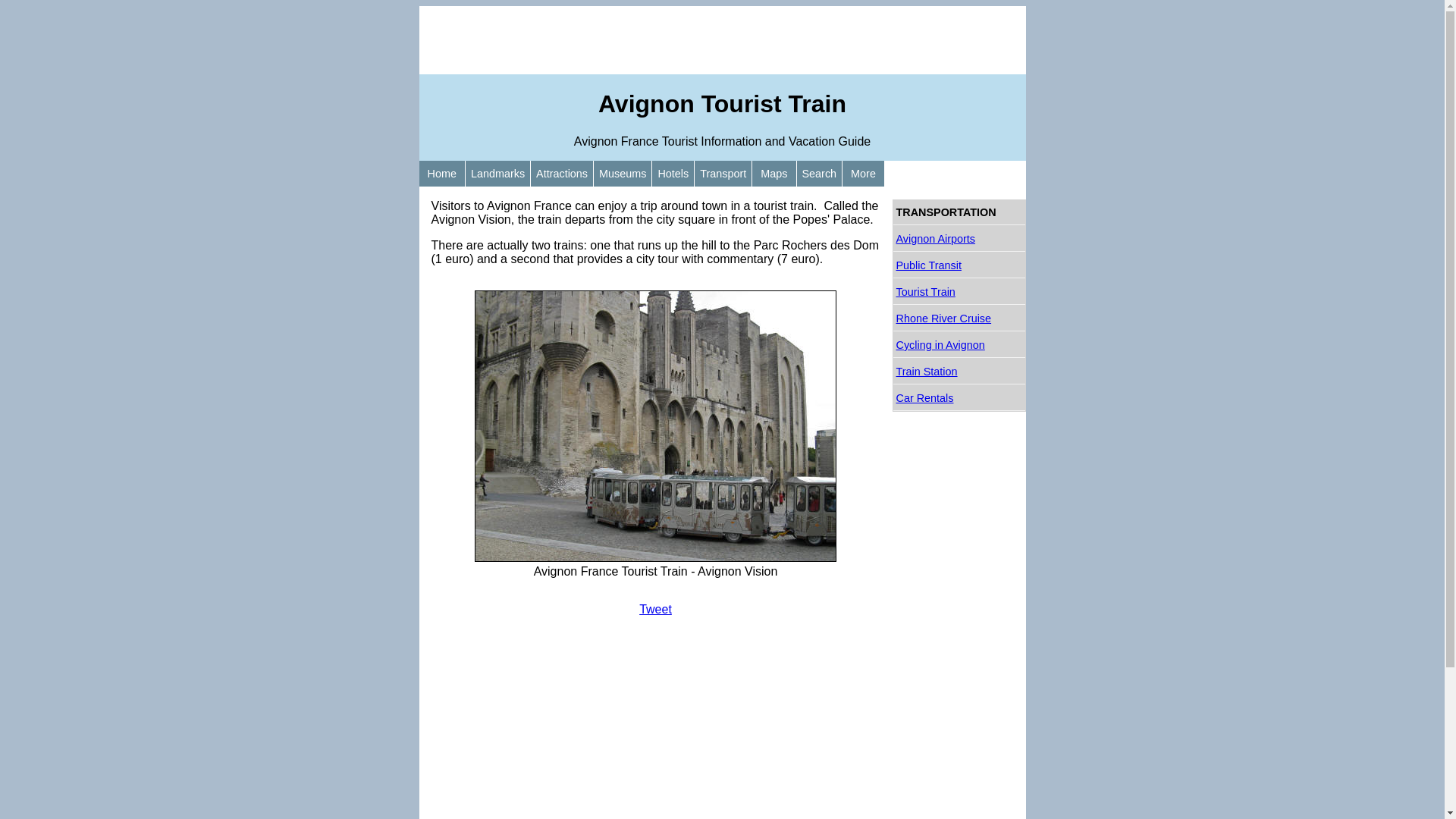  What do you see at coordinates (639, 608) in the screenshot?
I see `'Tweet'` at bounding box center [639, 608].